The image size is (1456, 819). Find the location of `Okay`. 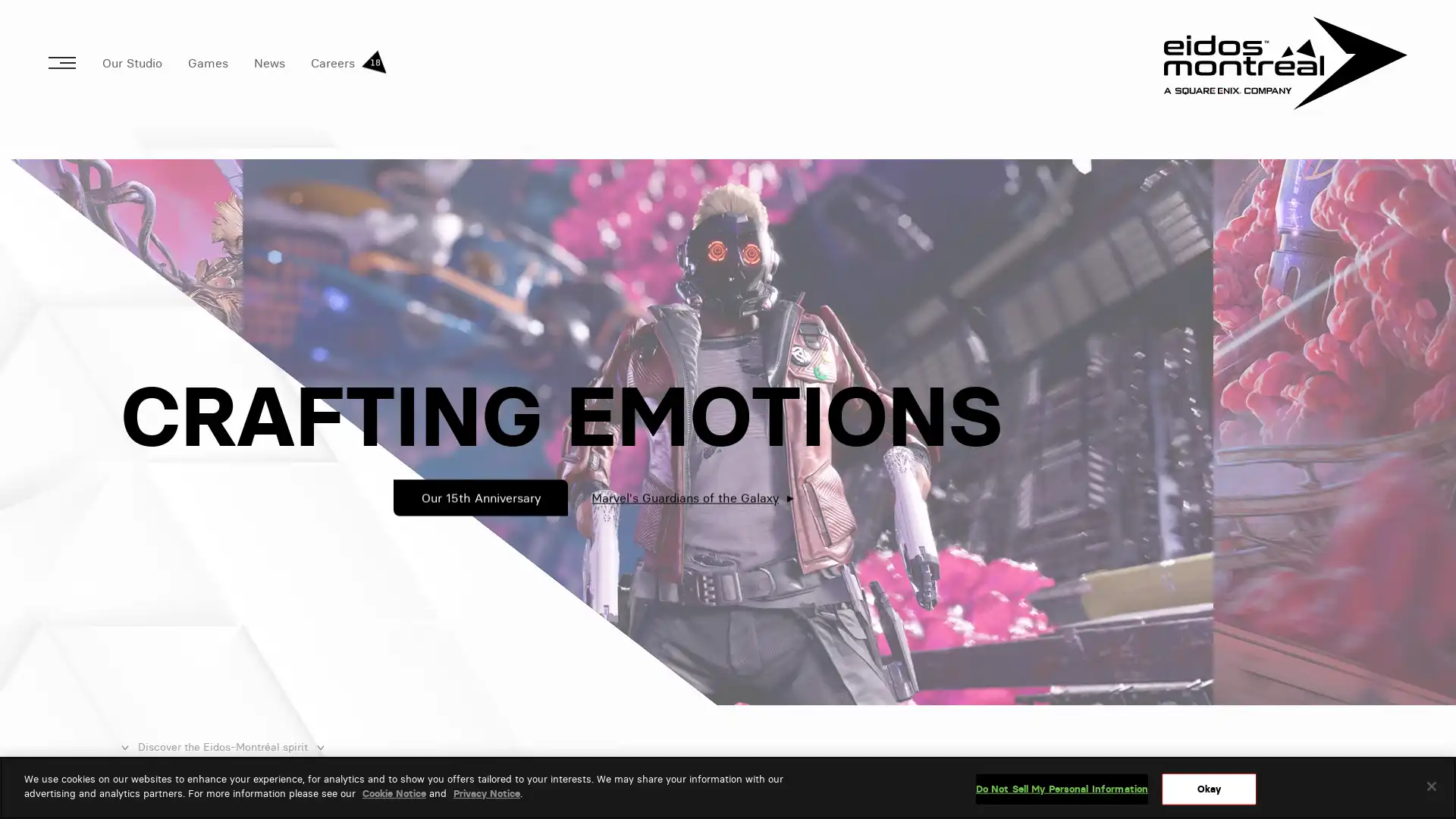

Okay is located at coordinates (1208, 788).